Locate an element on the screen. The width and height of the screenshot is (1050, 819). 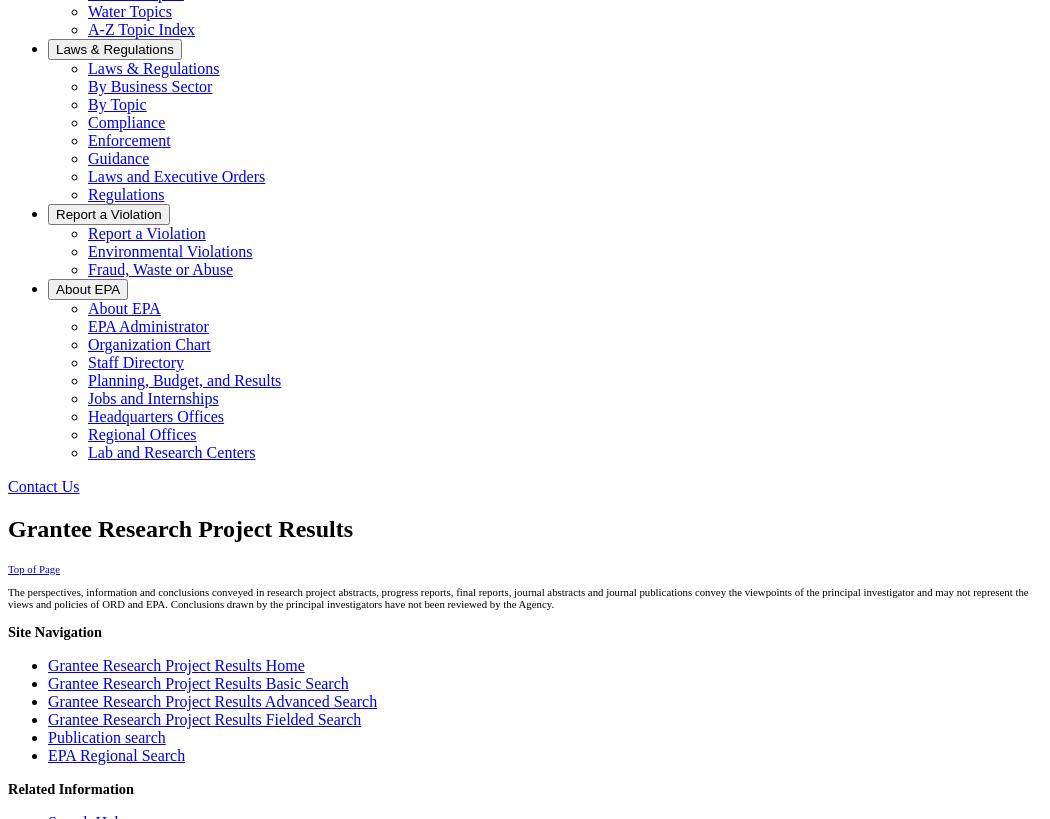
'EPA Regional Search' is located at coordinates (115, 754).